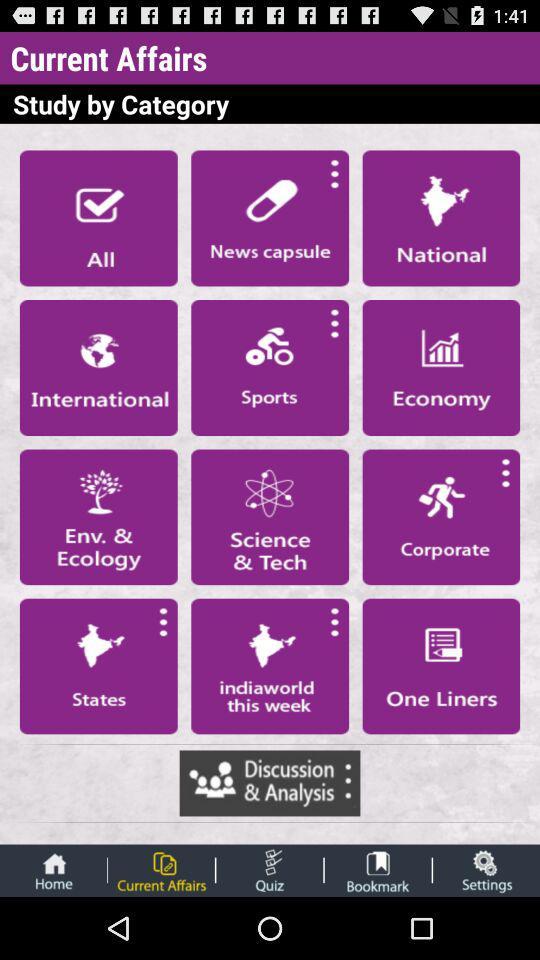 The width and height of the screenshot is (540, 960). Describe the element at coordinates (270, 218) in the screenshot. I see `news capsule category` at that location.